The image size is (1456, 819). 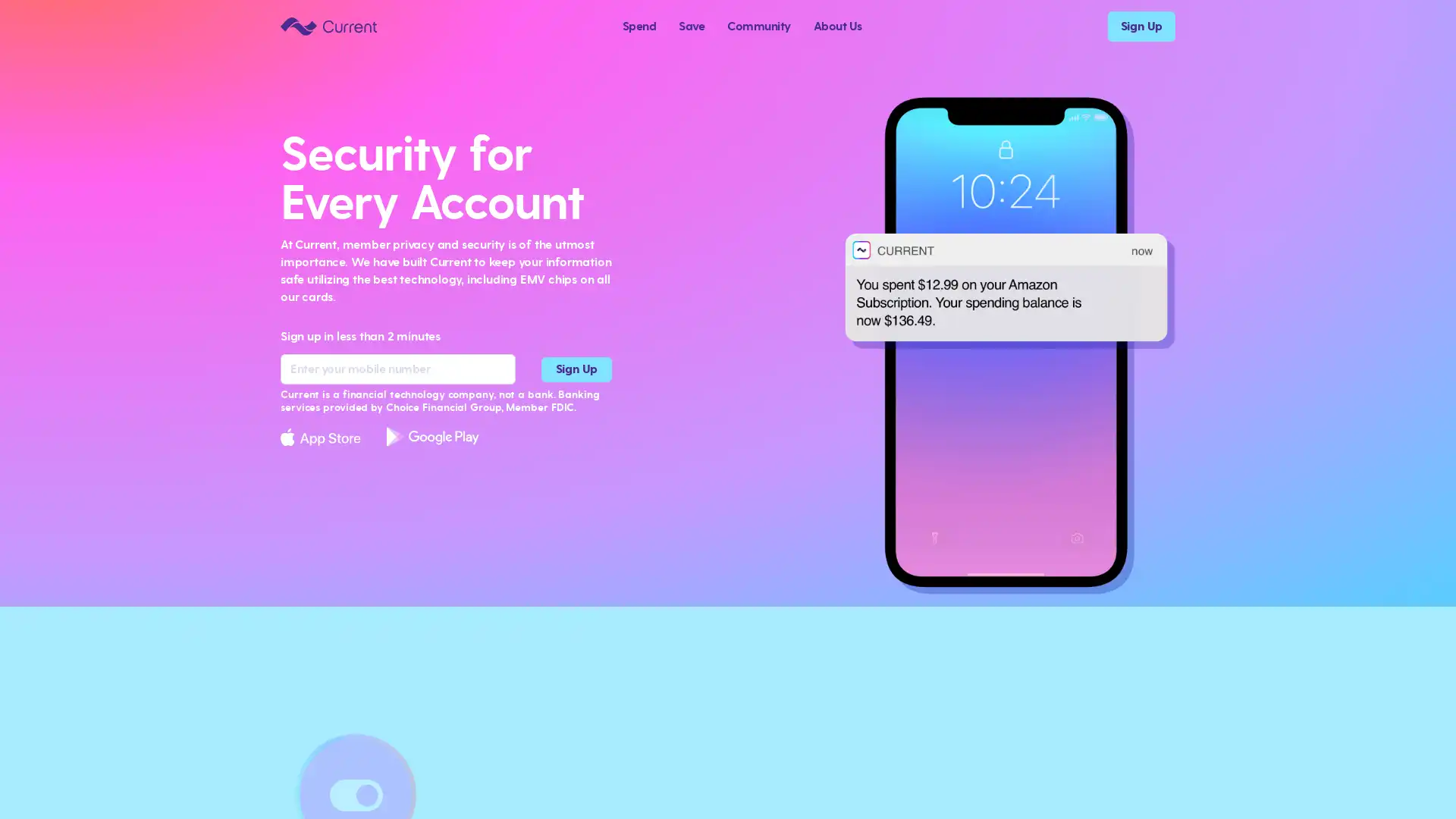 I want to click on Sign Up, so click(x=566, y=369).